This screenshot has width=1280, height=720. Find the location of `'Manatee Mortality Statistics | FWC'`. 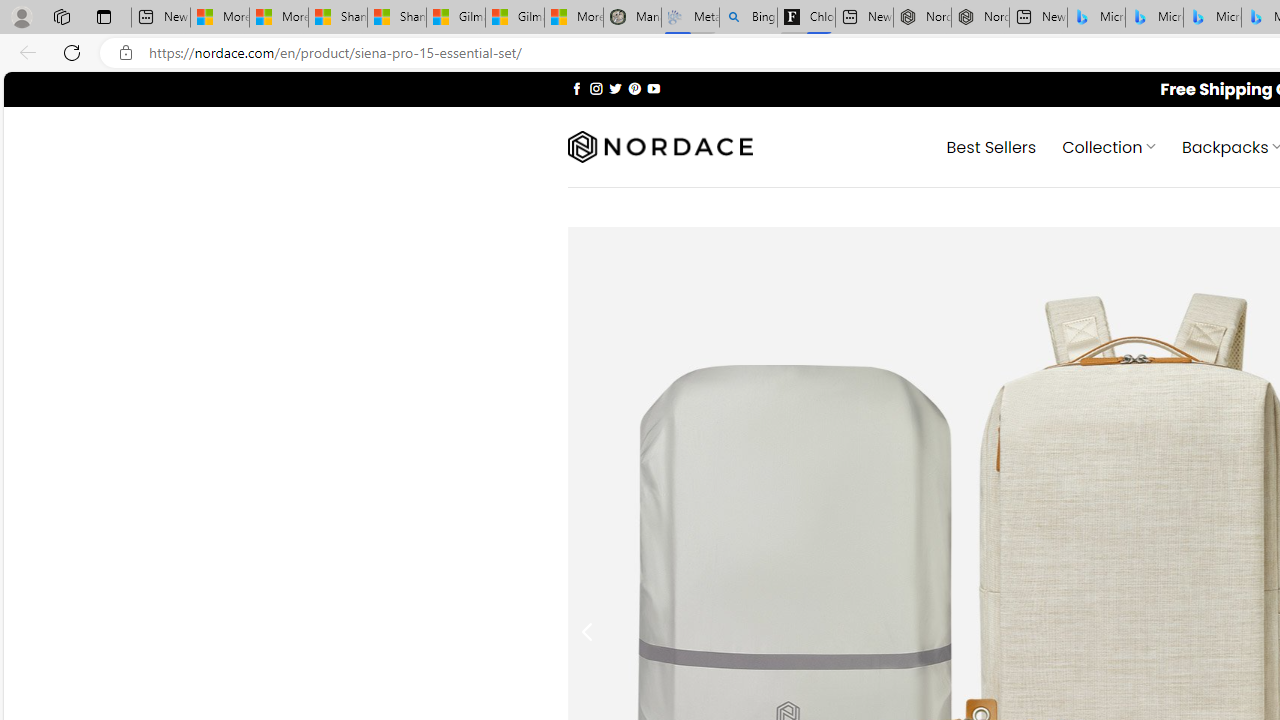

'Manatee Mortality Statistics | FWC' is located at coordinates (631, 17).